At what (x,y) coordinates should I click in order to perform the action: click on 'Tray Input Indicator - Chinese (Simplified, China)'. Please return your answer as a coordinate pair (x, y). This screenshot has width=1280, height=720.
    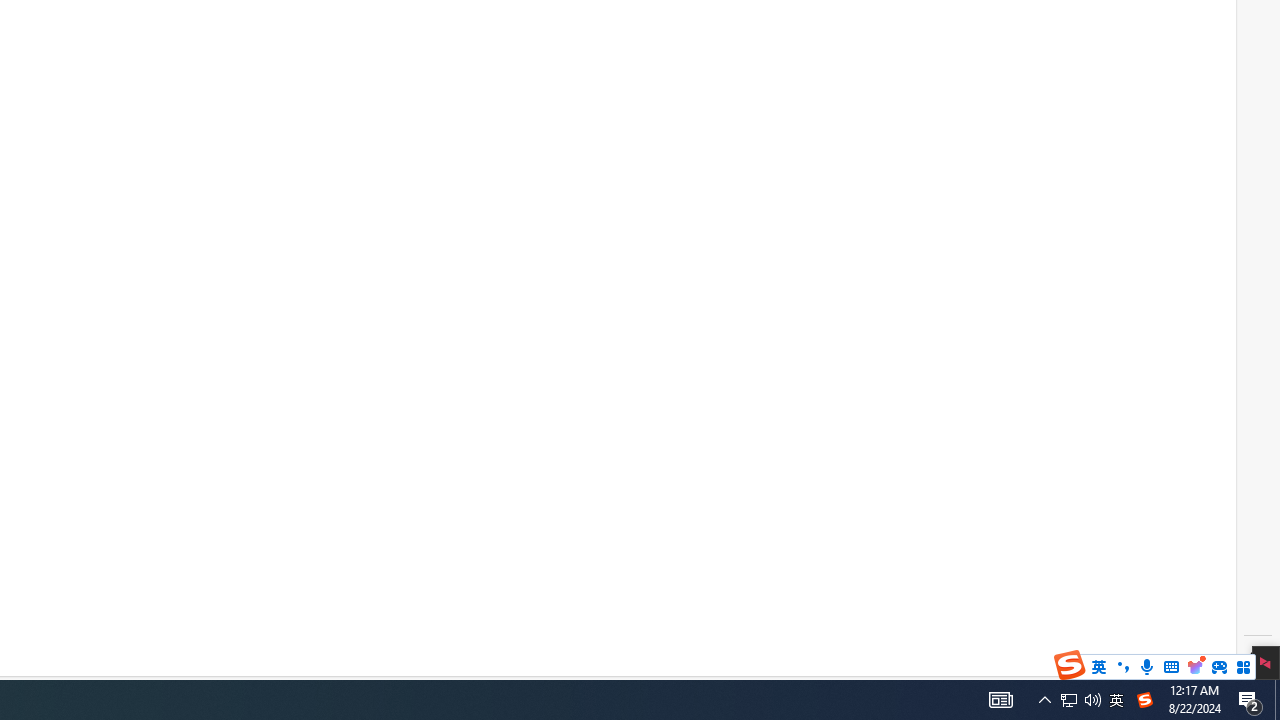
    Looking at the image, I should click on (1068, 698).